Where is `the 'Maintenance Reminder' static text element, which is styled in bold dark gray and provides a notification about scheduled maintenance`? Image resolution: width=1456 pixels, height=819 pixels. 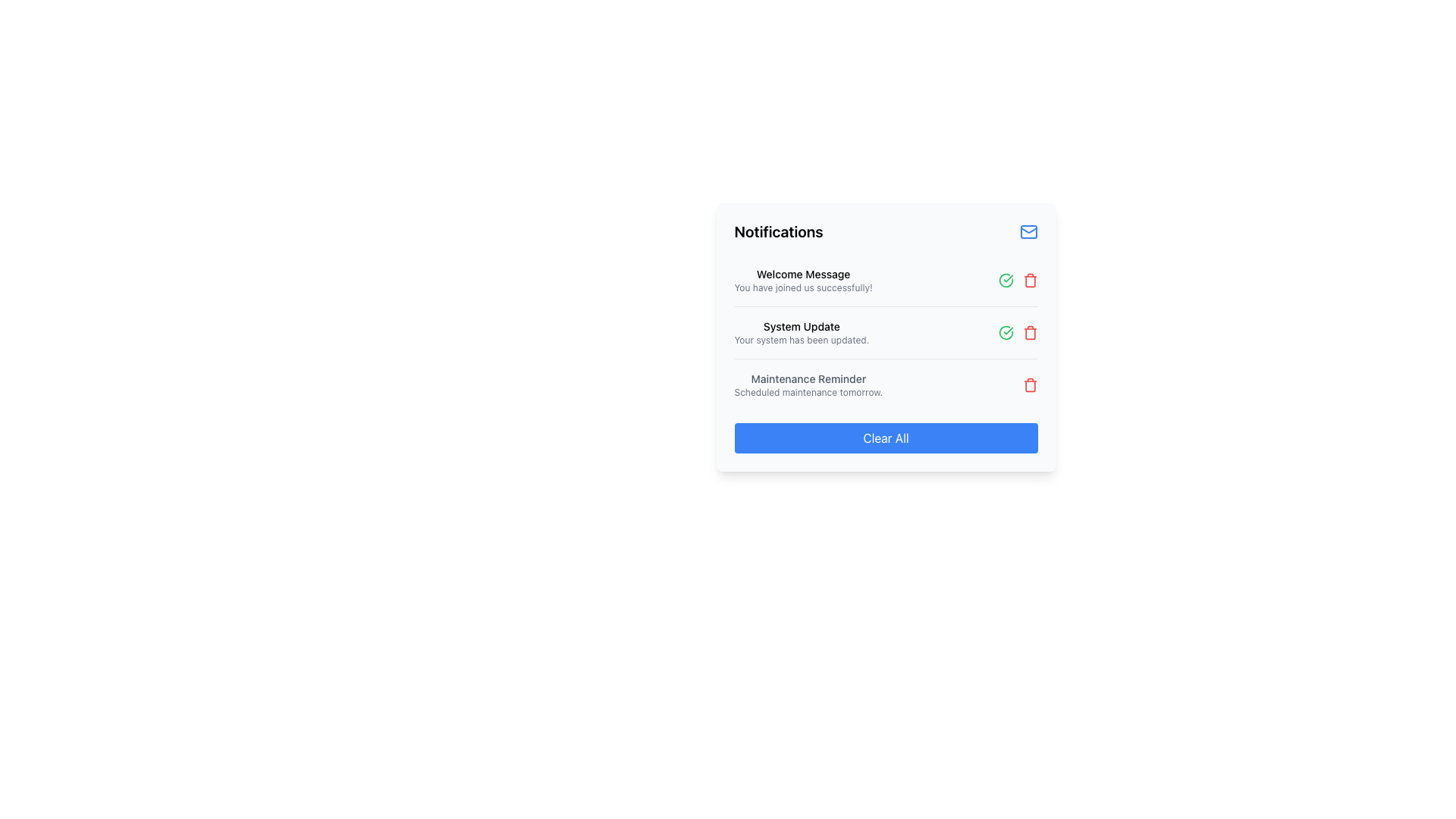 the 'Maintenance Reminder' static text element, which is styled in bold dark gray and provides a notification about scheduled maintenance is located at coordinates (808, 384).